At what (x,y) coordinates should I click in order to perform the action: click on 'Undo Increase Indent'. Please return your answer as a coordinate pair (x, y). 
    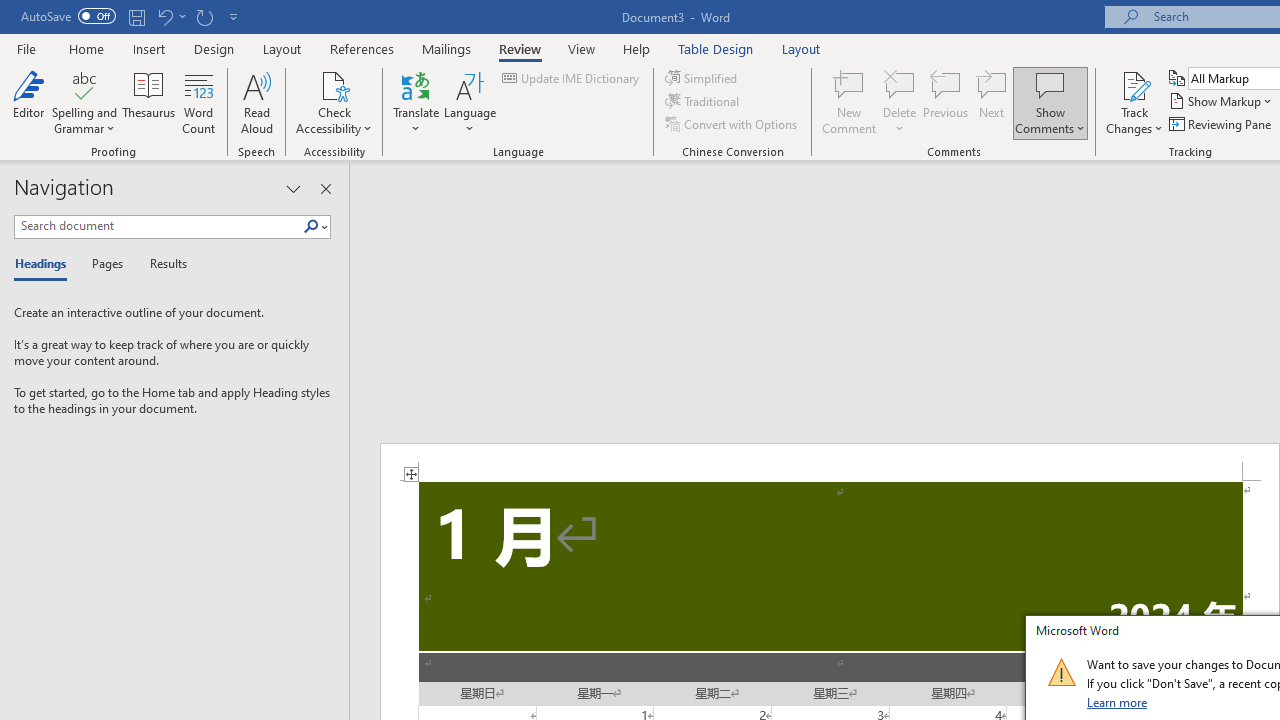
    Looking at the image, I should click on (164, 16).